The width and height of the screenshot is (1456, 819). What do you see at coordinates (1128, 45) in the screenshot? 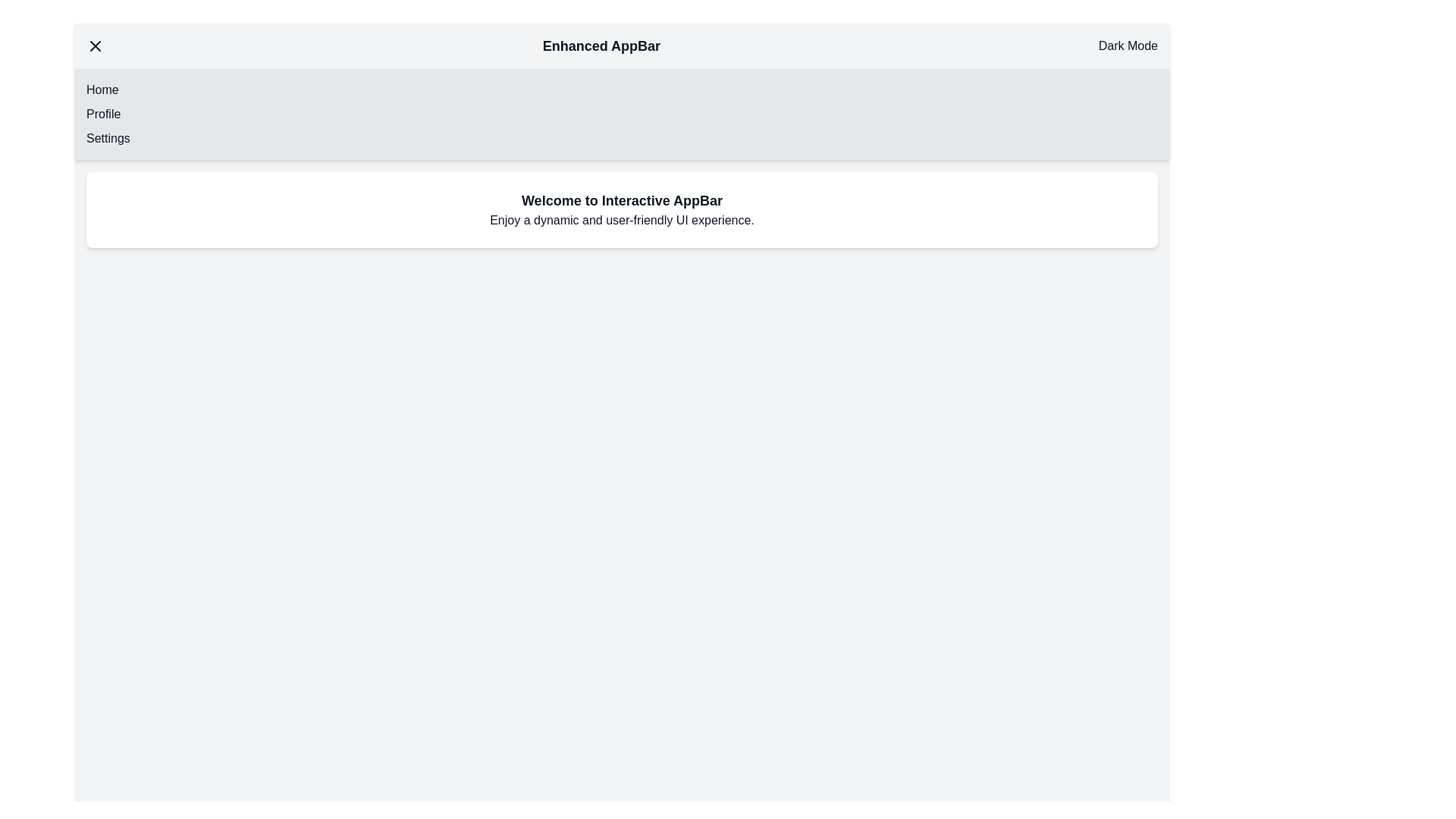
I see `the 'Dark Mode' button to toggle between light and dark modes` at bounding box center [1128, 45].